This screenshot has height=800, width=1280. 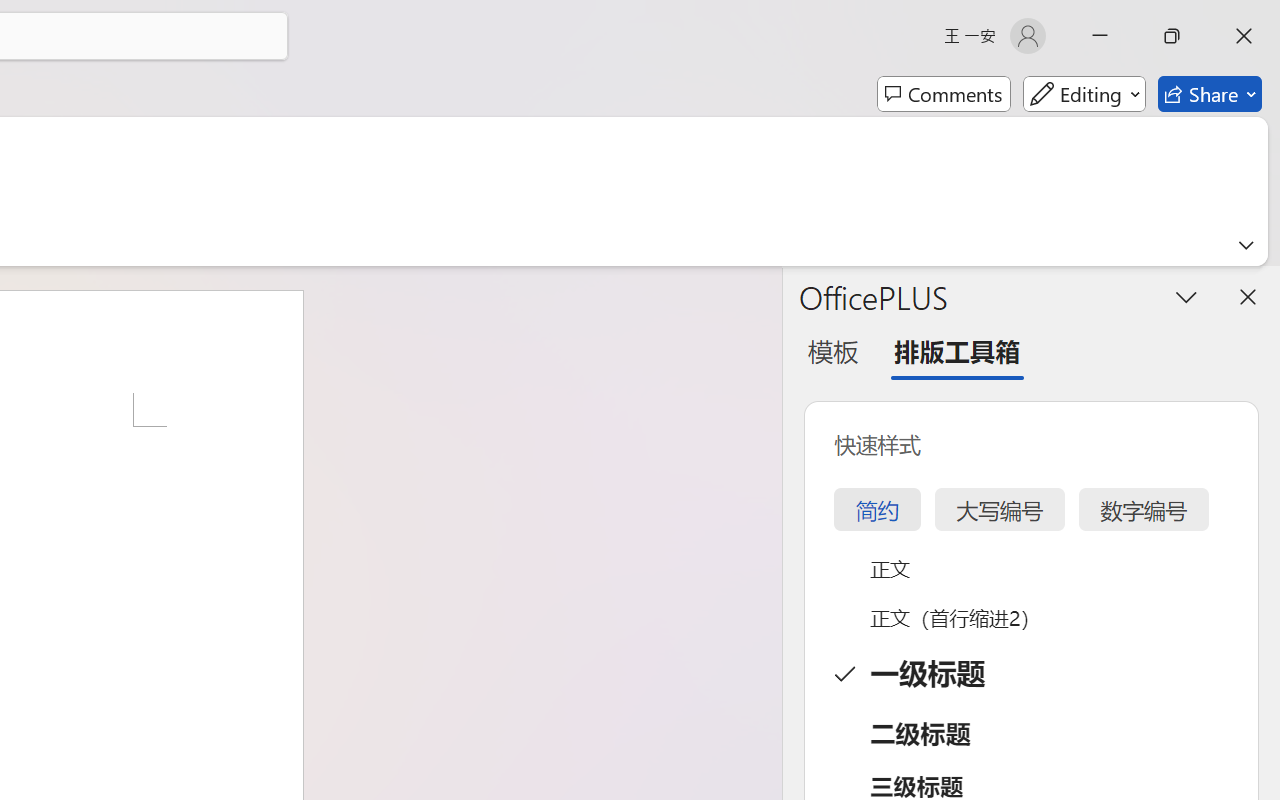 I want to click on 'Task Pane Options', so click(x=1187, y=296).